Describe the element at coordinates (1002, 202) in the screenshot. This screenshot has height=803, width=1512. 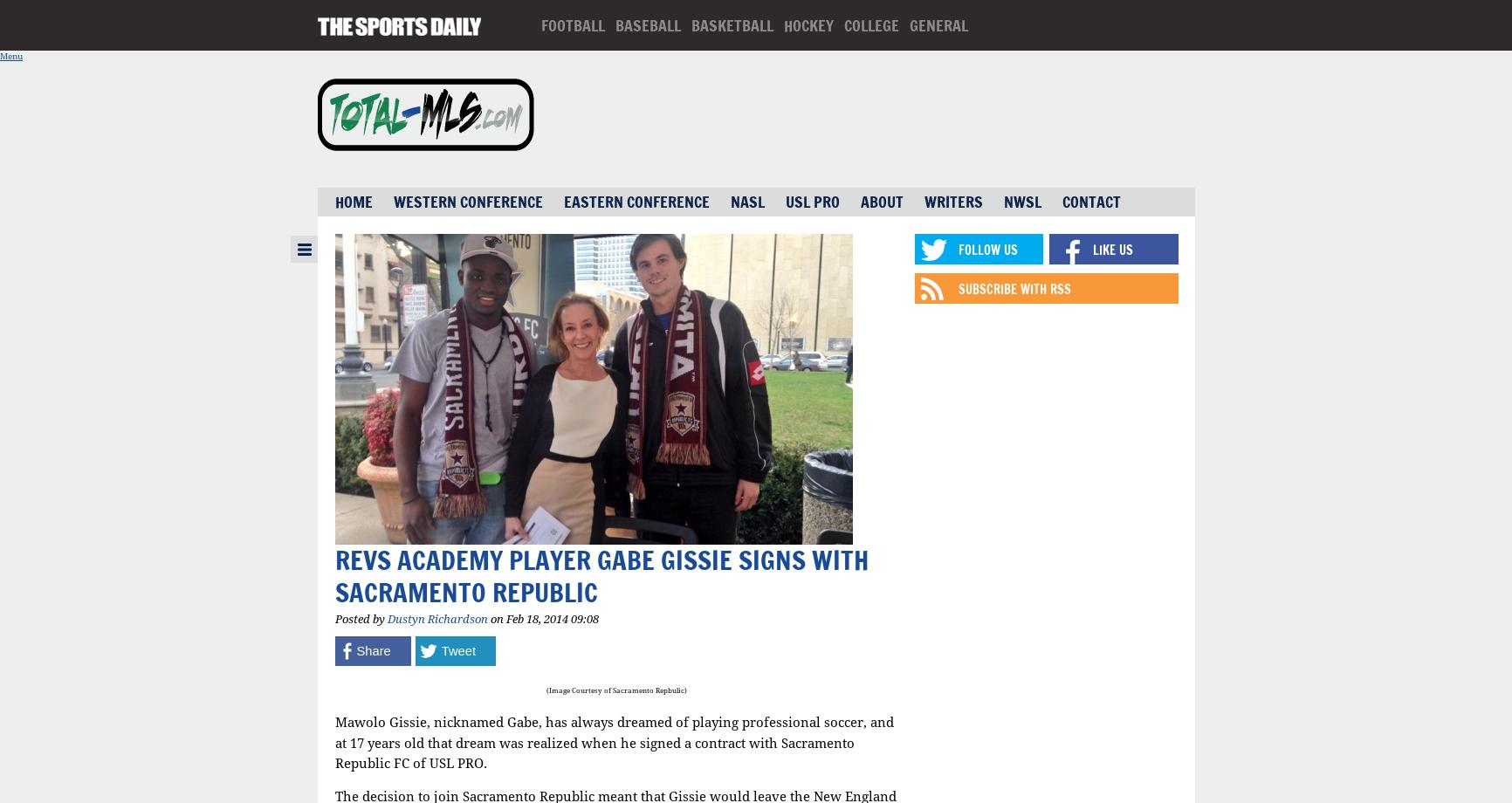
I see `'NWSL'` at that location.